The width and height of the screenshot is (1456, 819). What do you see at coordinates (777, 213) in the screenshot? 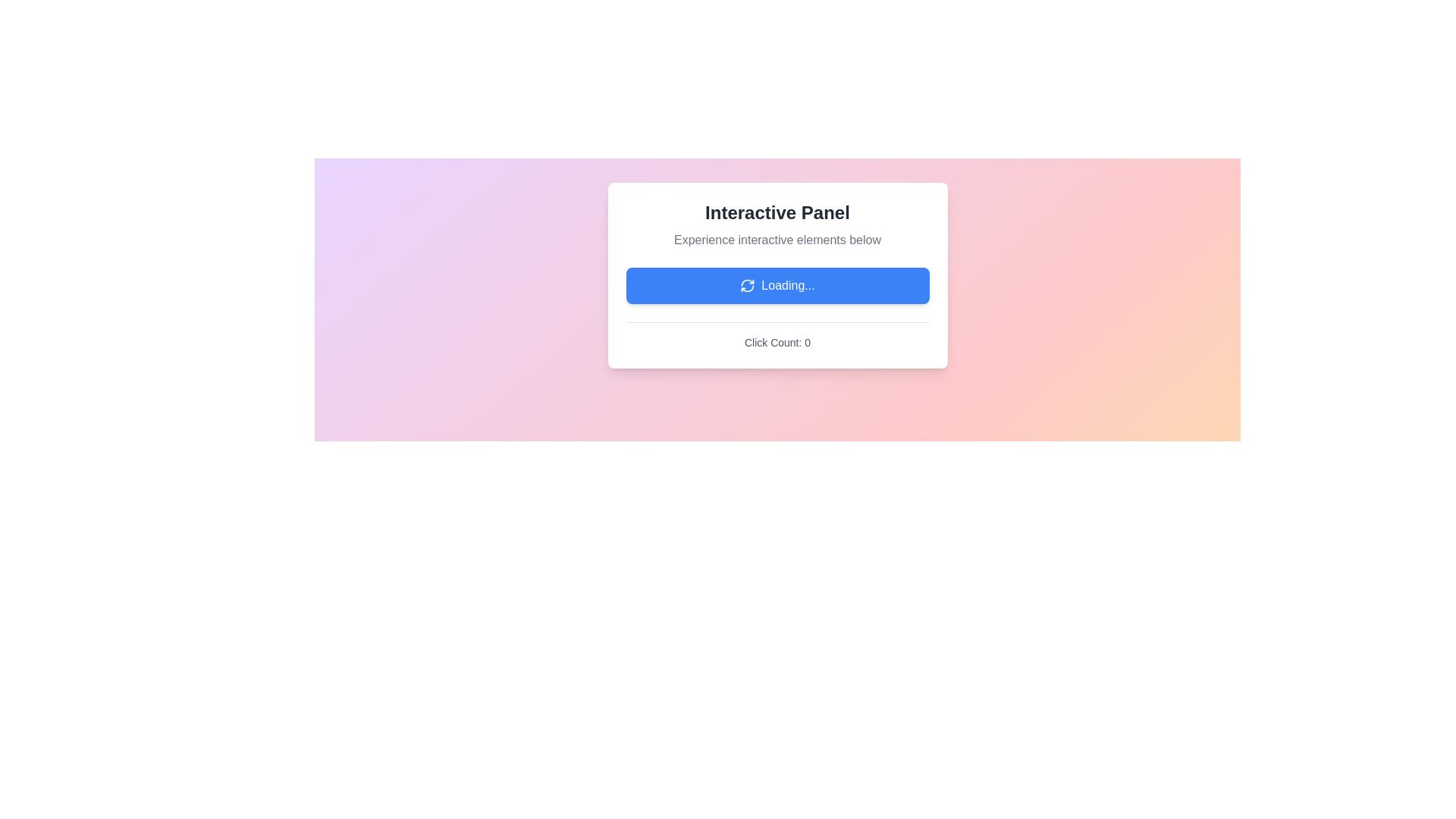
I see `text from the header element that displays 'Interactive Panel', styled in bold and enlarged font, located at the top of the central panel` at bounding box center [777, 213].